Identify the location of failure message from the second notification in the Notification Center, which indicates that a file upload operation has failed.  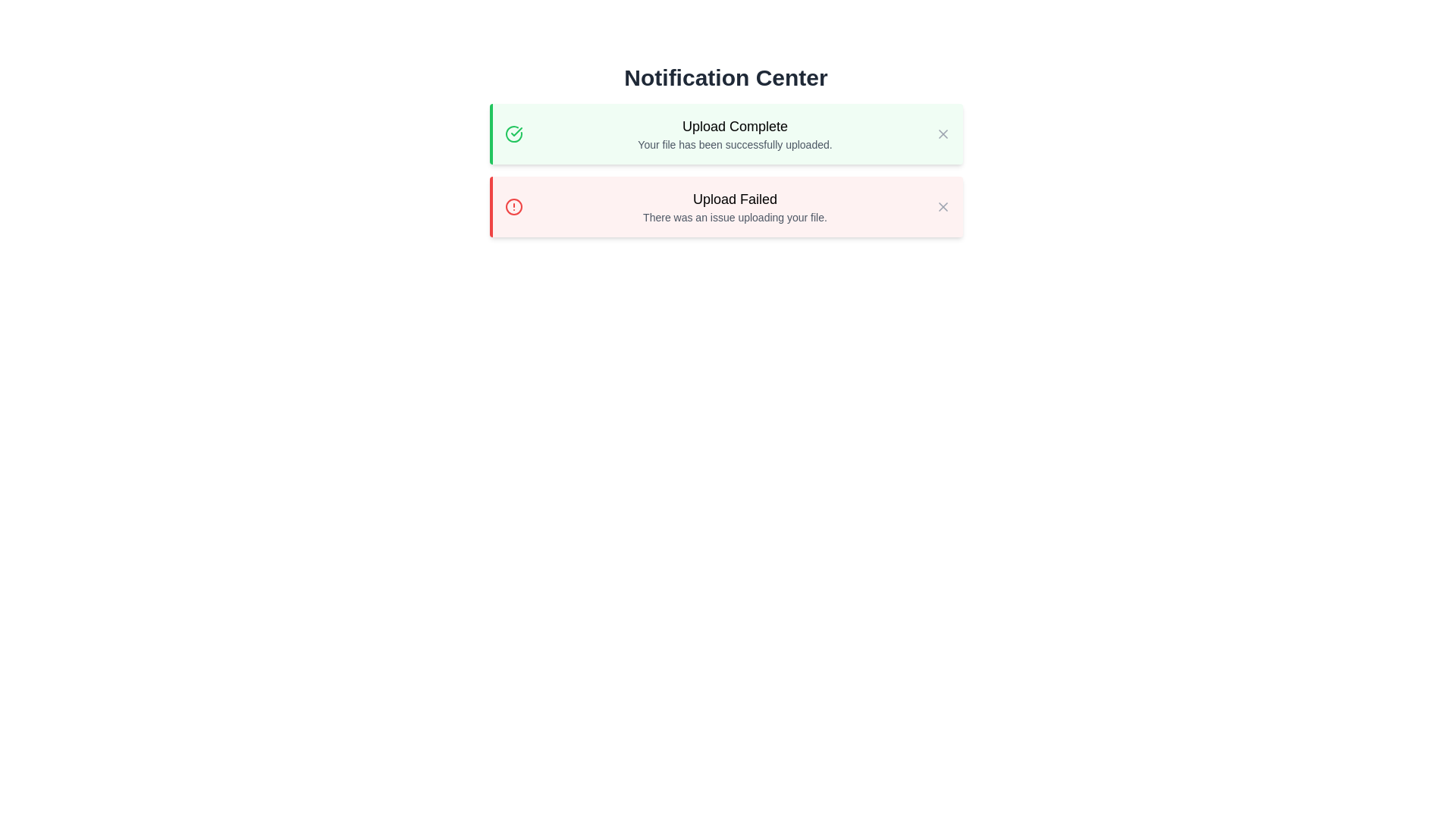
(725, 207).